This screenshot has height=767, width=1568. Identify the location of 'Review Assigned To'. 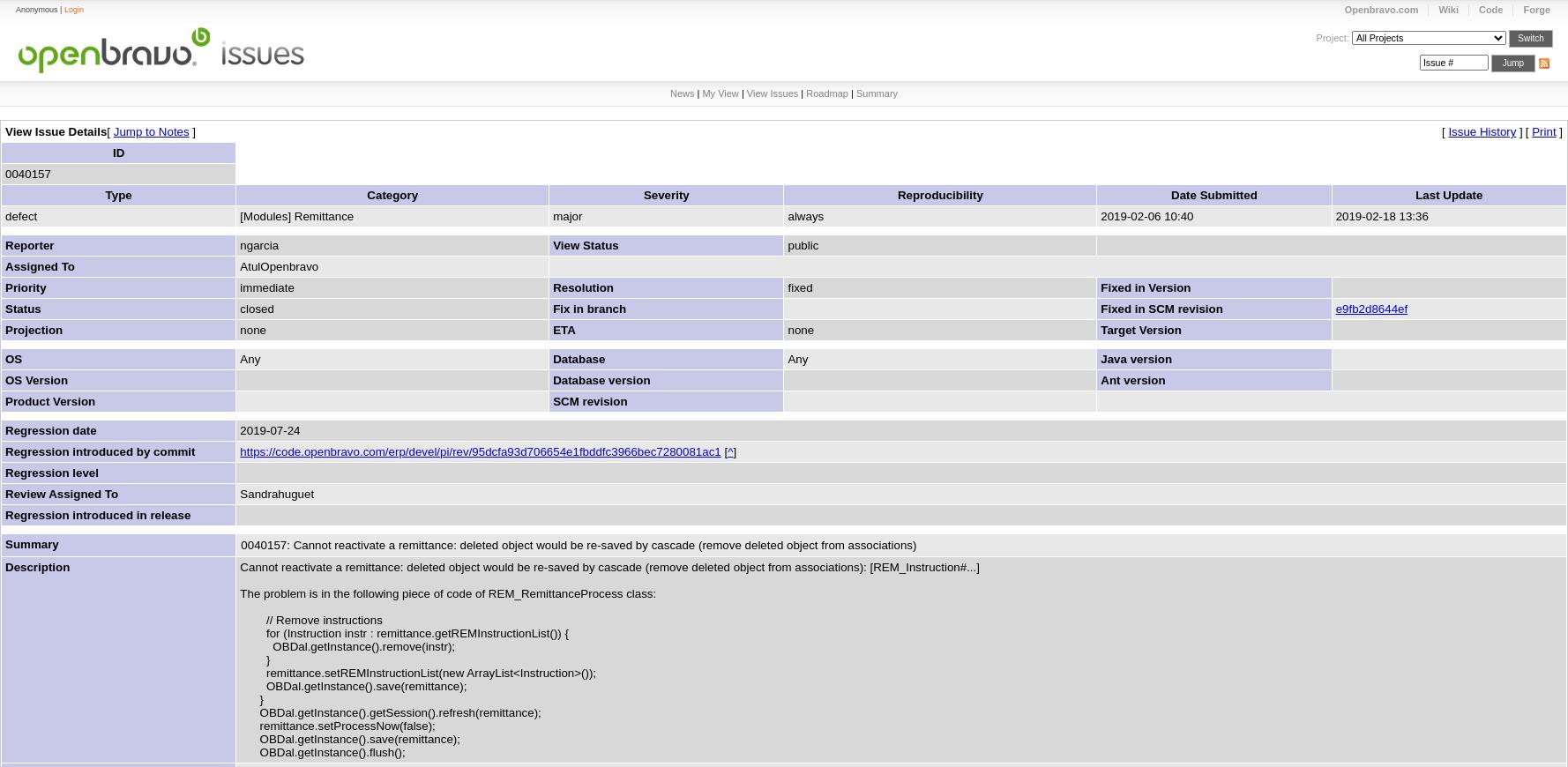
(61, 493).